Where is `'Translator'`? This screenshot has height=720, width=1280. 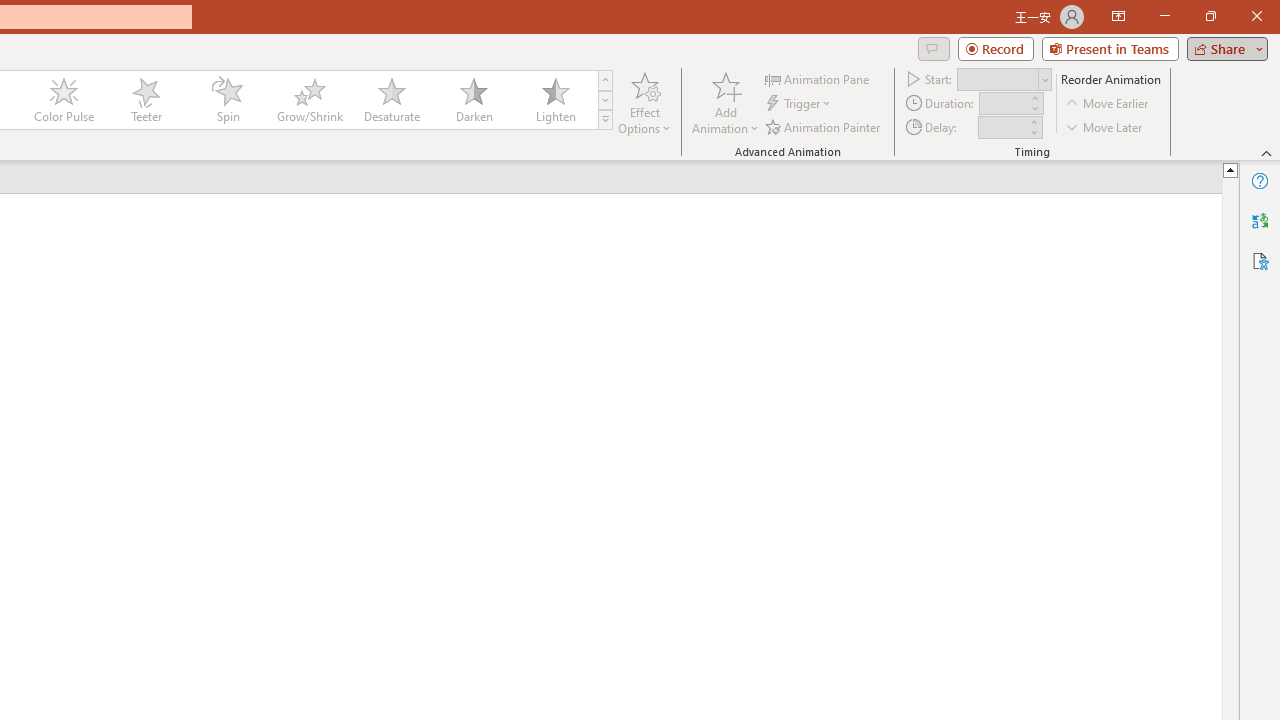 'Translator' is located at coordinates (1259, 221).